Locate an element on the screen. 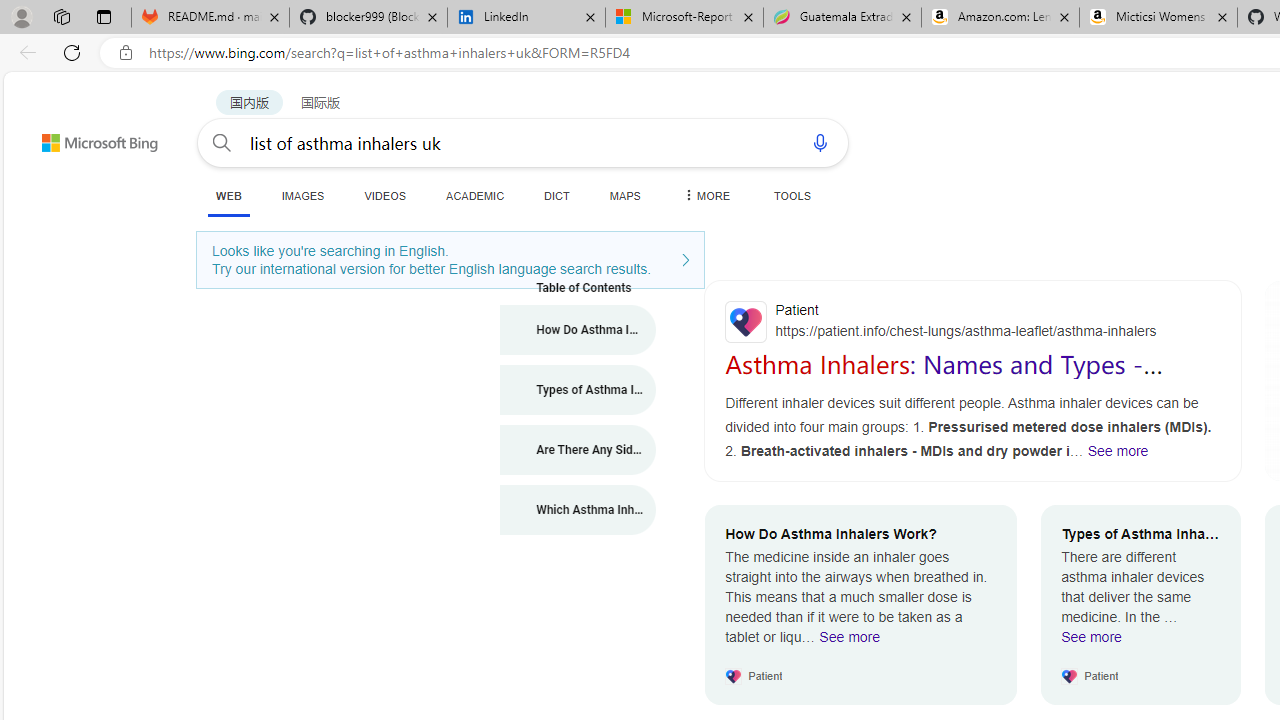 The width and height of the screenshot is (1280, 720). 'Global web icon' is located at coordinates (745, 320).